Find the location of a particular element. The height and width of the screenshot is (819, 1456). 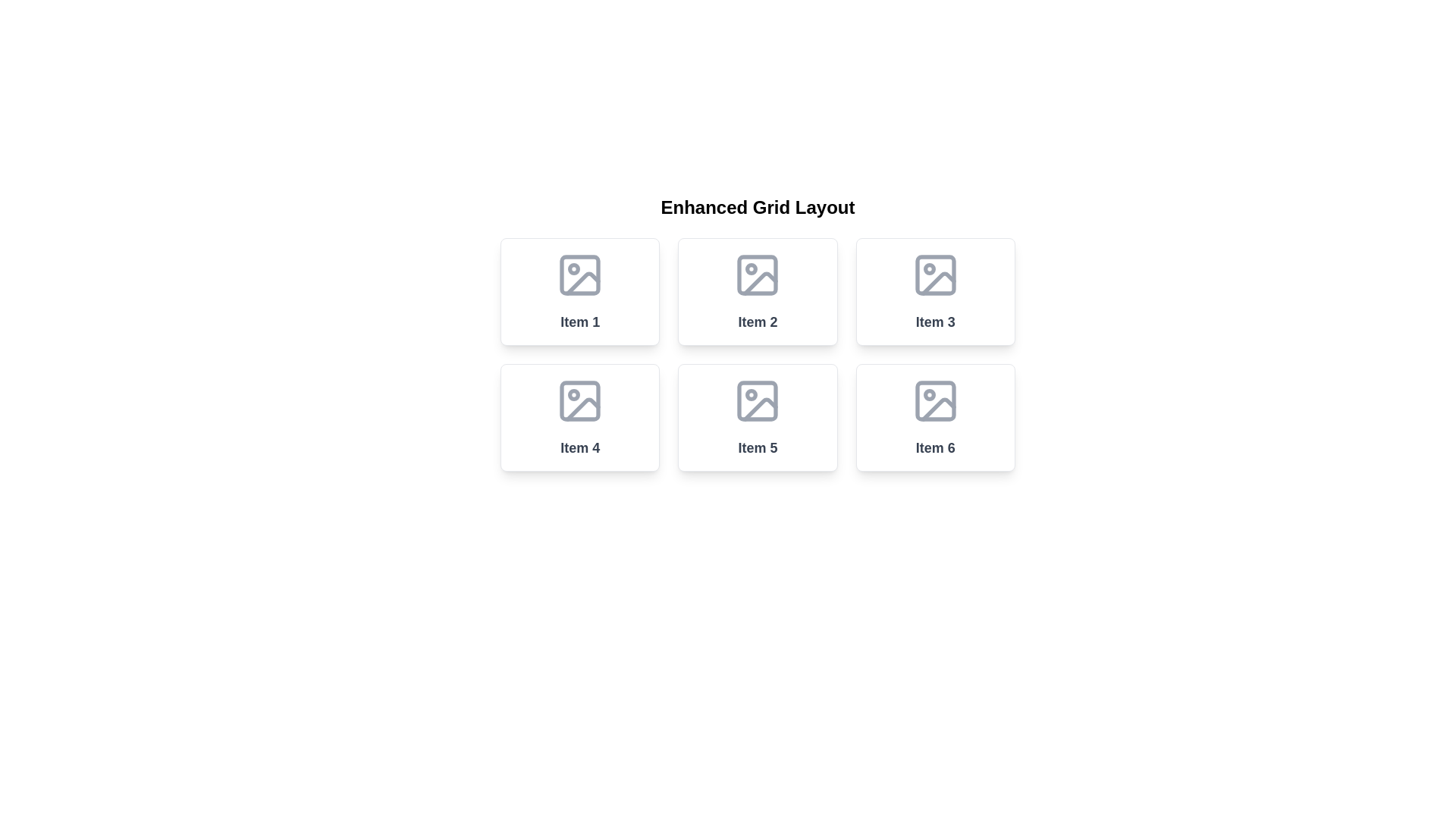

the decorative SVG circle element located in the second grid cell of the interface is located at coordinates (752, 268).